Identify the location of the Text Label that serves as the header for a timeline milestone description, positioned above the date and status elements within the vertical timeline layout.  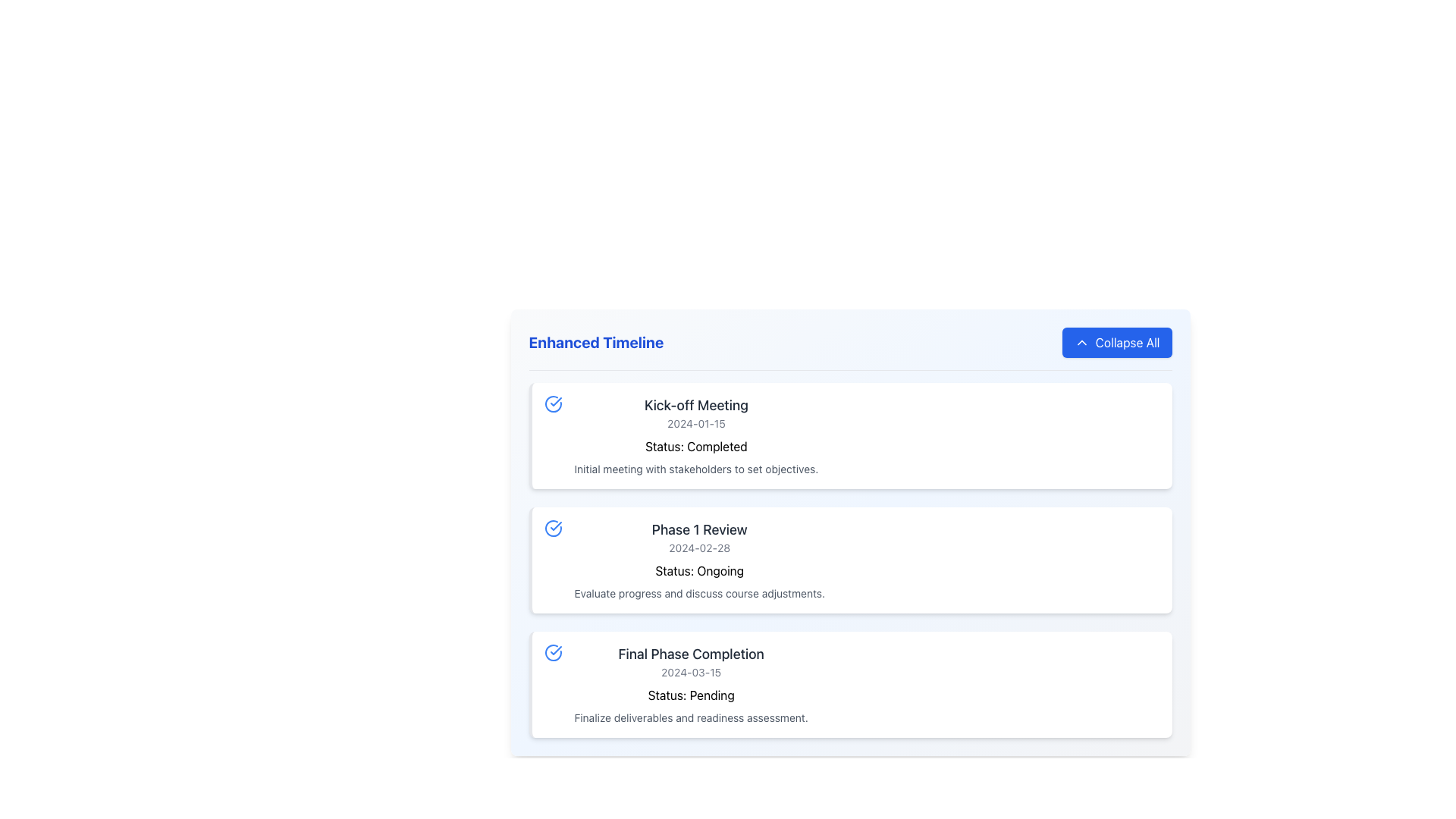
(698, 529).